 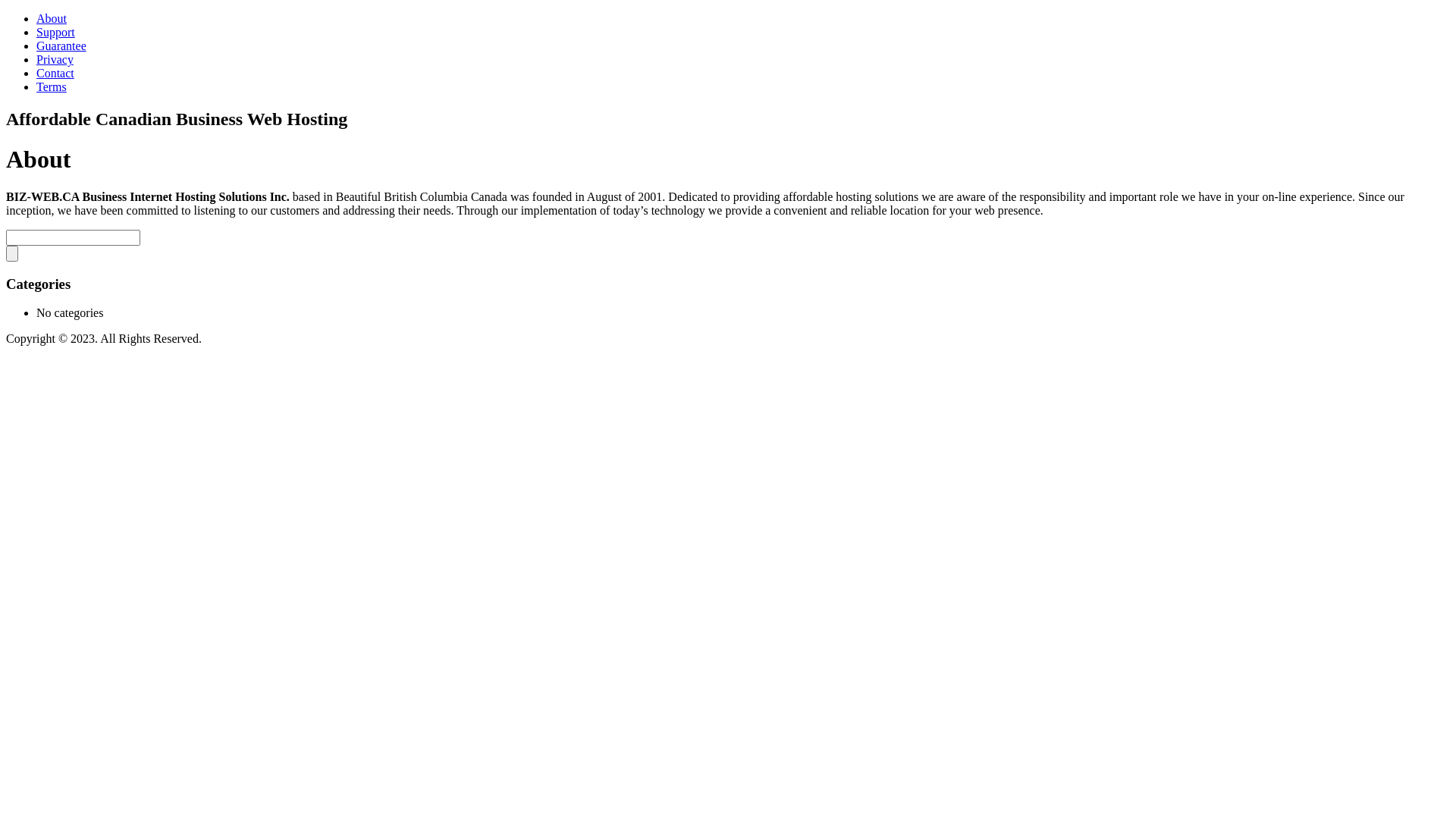 I want to click on 'Contact', so click(x=36, y=73).